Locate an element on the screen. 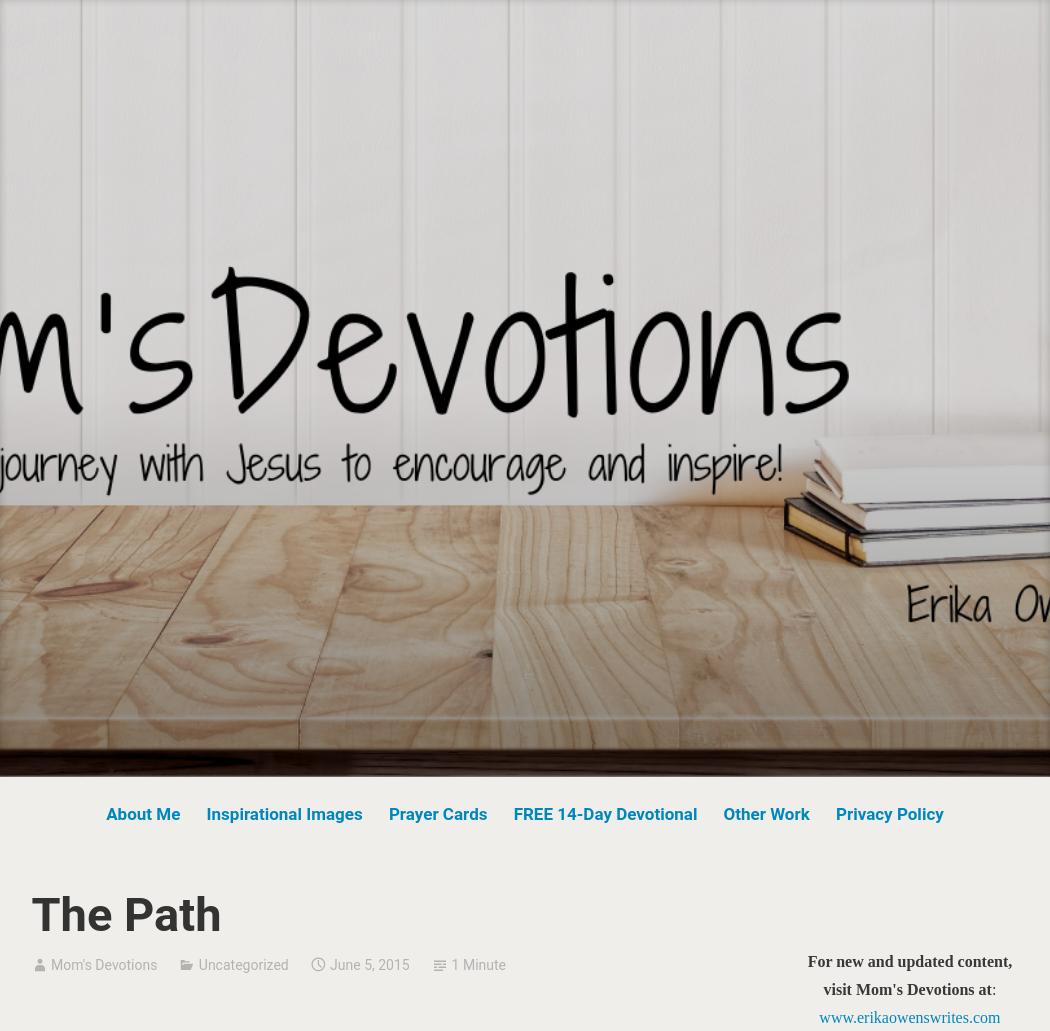  'June 5, 2015' is located at coordinates (330, 962).